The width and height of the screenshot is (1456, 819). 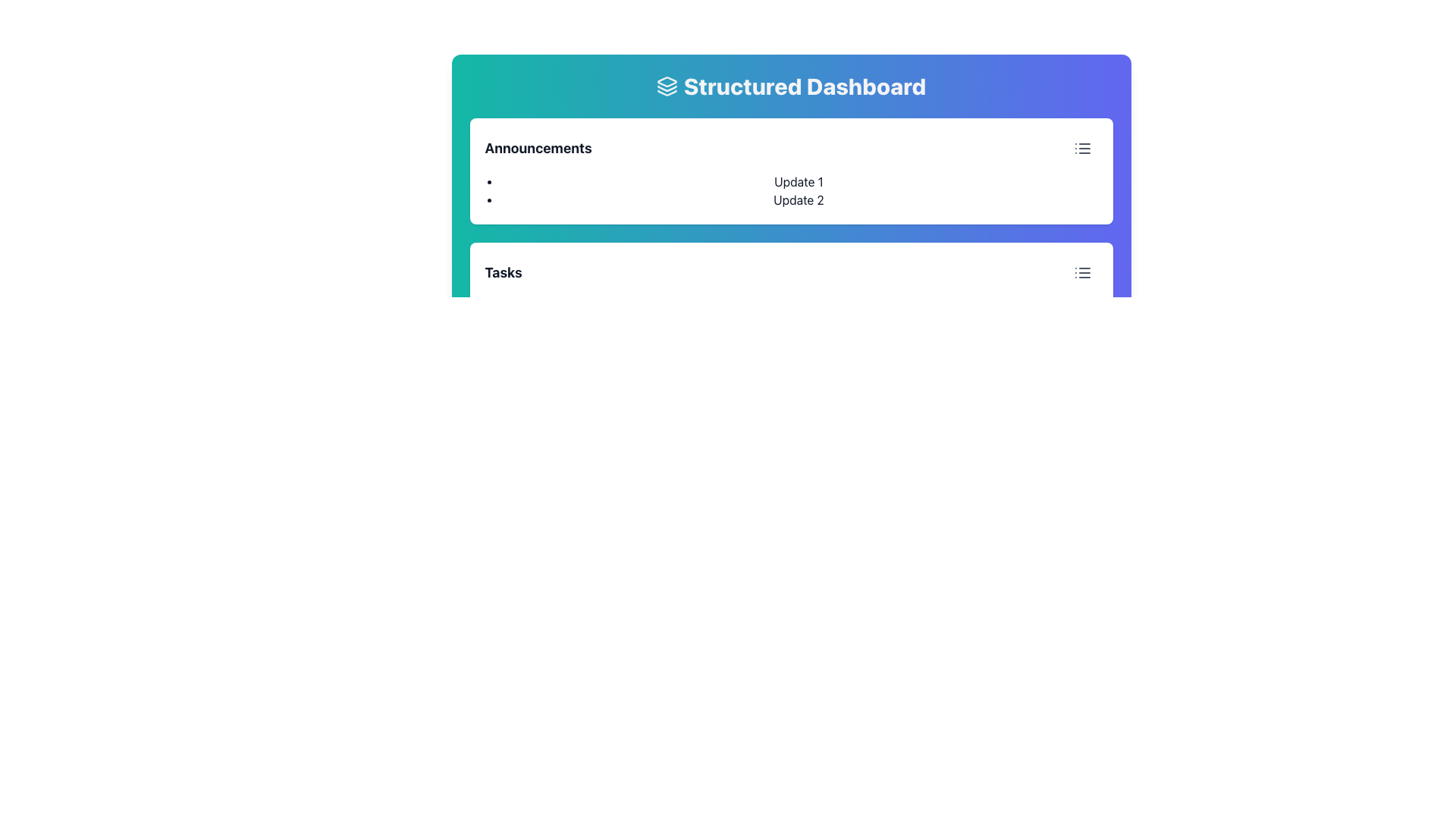 I want to click on the bold text label displaying 'Announcements' located on the top-left side of the white panel, so click(x=538, y=149).